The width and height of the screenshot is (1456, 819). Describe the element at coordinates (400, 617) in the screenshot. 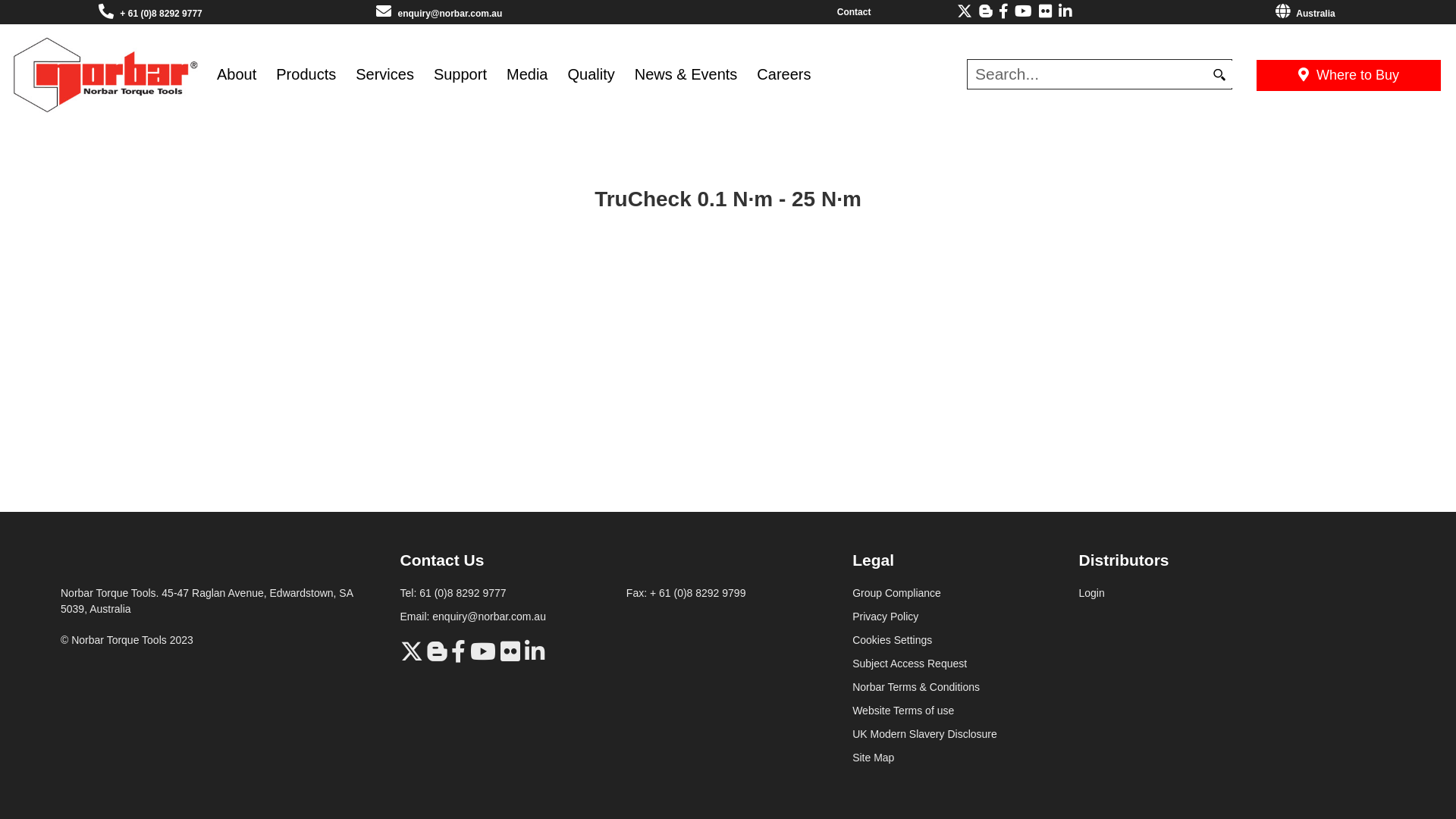

I see `'Email: enquiry@norbar.com.au'` at that location.